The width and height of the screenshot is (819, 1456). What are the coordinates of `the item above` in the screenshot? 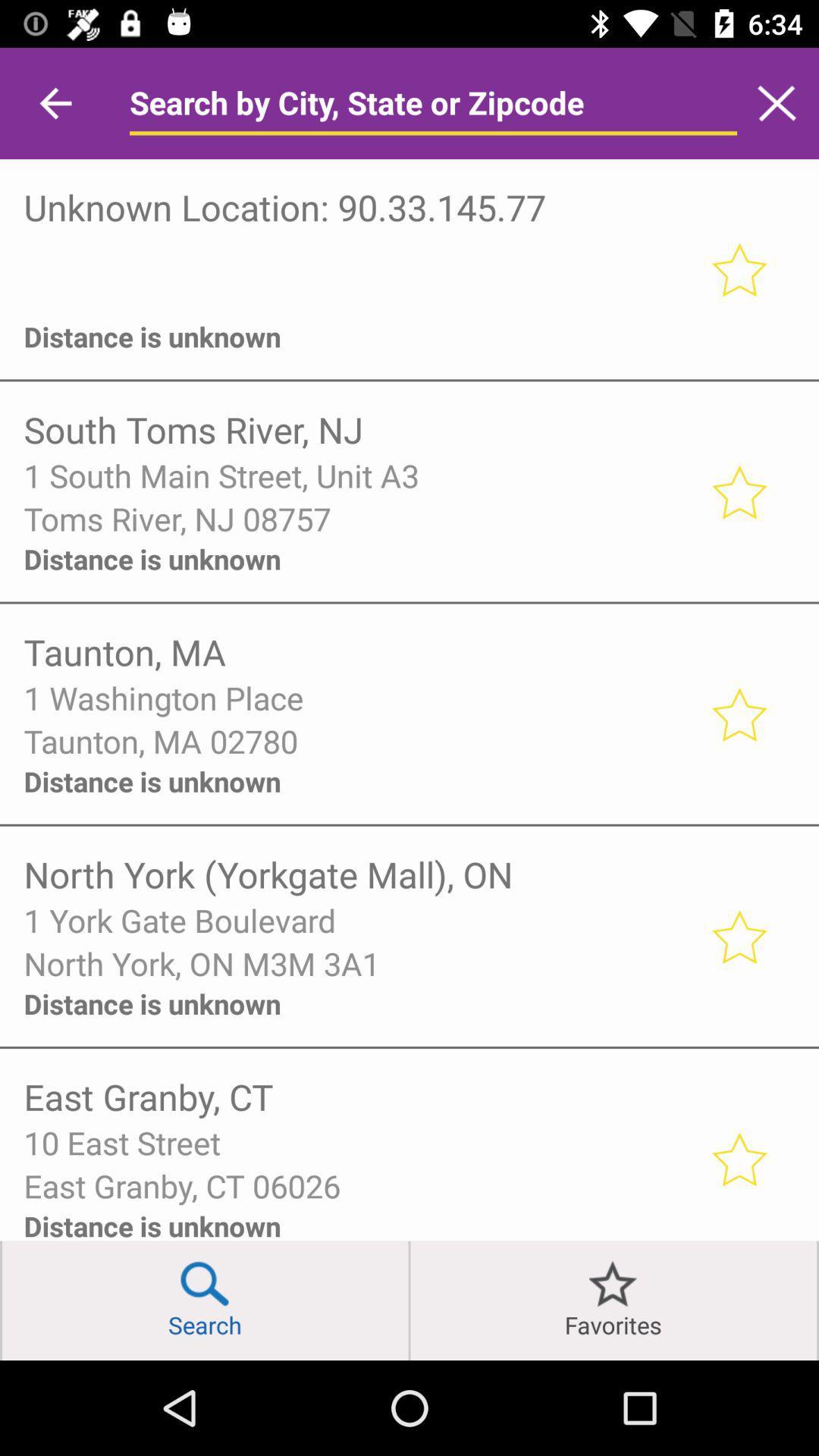 It's located at (356, 253).